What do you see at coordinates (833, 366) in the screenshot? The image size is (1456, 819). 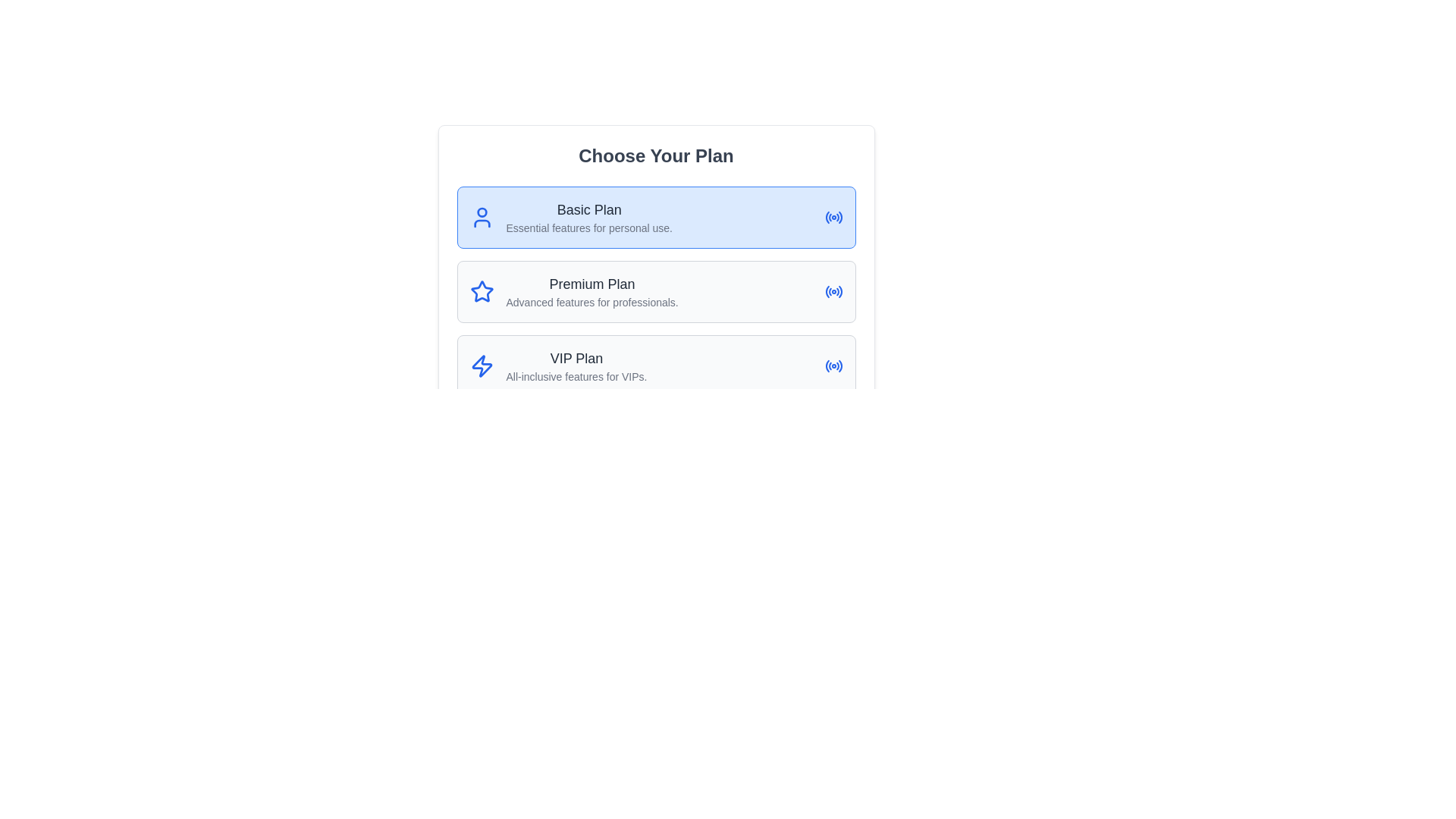 I see `the circular radio indicator for the 'VIP Plan' option, which is positioned to the far right at the bottom of the subscription options list` at bounding box center [833, 366].